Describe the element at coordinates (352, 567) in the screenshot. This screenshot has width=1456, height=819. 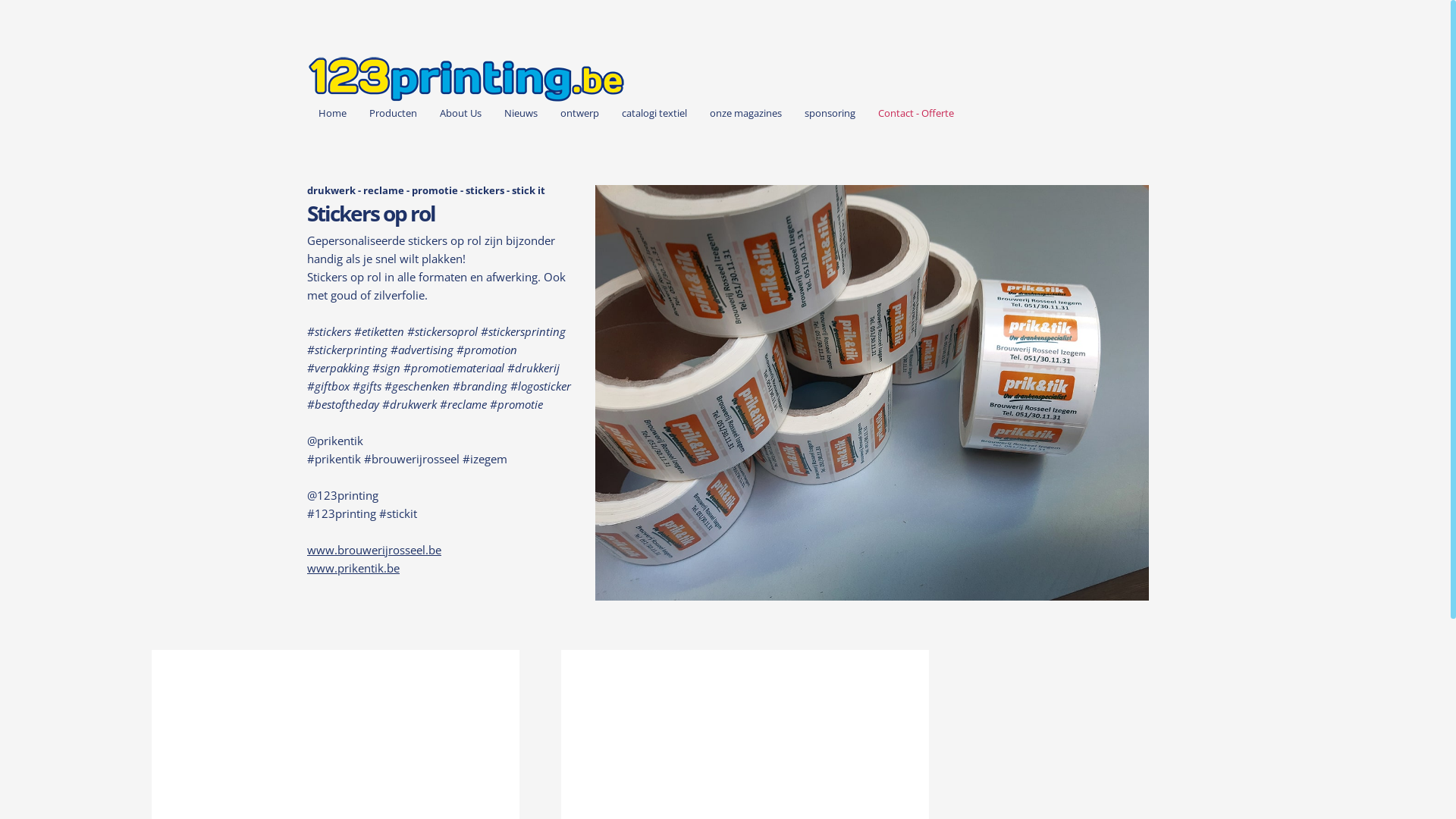
I see `'www.prikentik.be'` at that location.